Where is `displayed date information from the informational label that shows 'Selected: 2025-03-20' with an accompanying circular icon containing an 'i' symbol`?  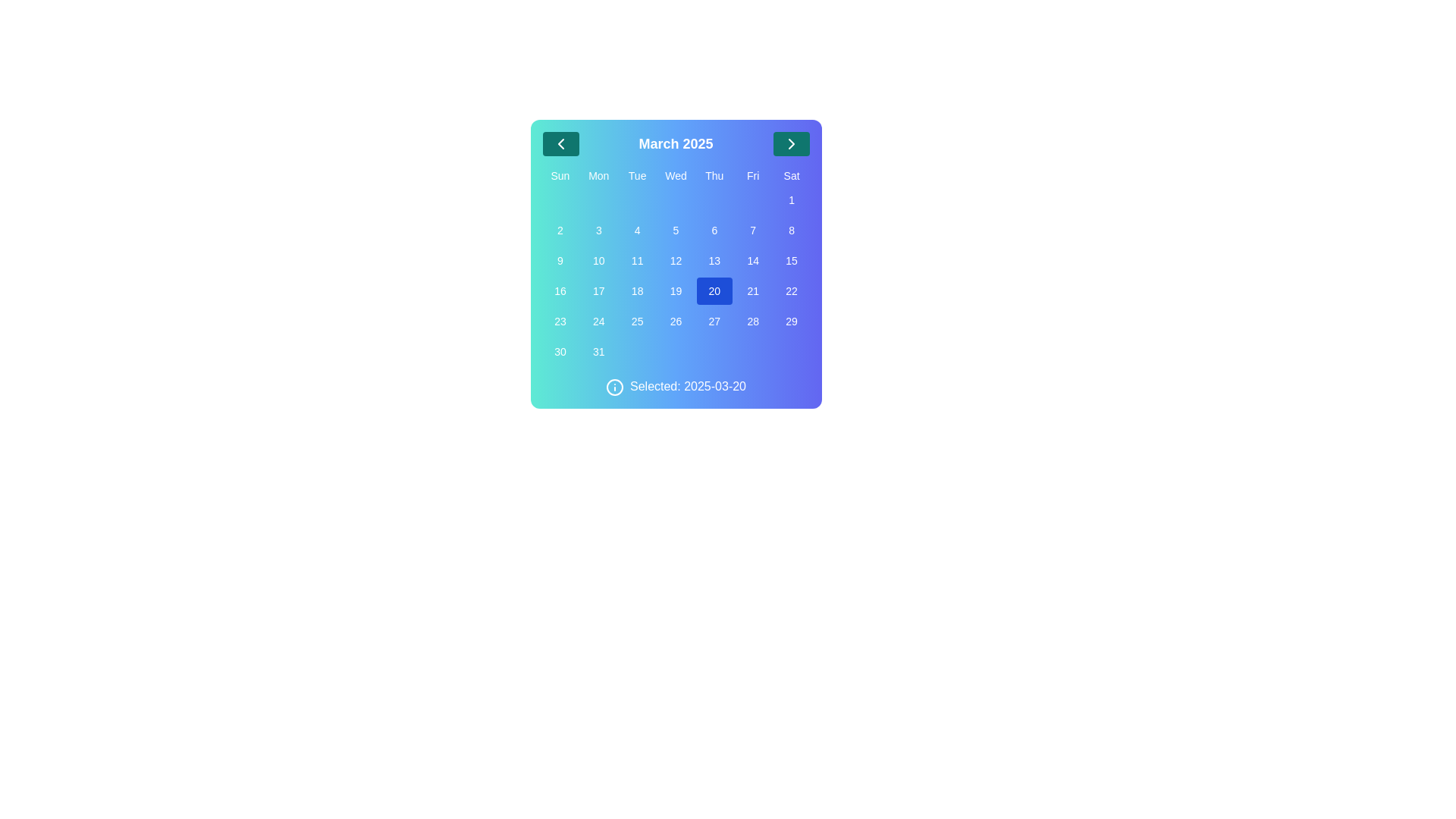
displayed date information from the informational label that shows 'Selected: 2025-03-20' with an accompanying circular icon containing an 'i' symbol is located at coordinates (675, 386).